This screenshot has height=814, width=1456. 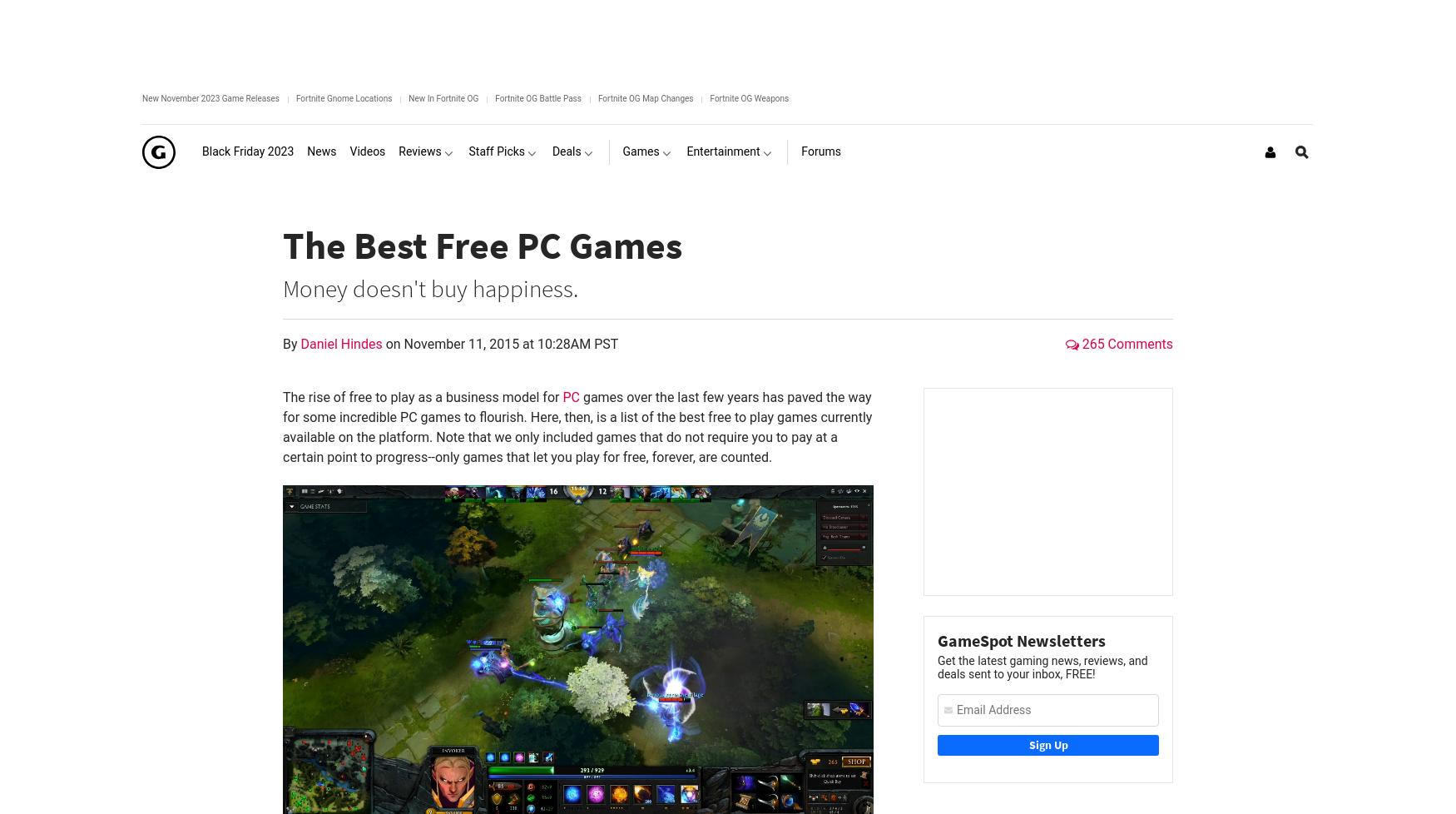 I want to click on 'Black Friday 2023', so click(x=247, y=151).